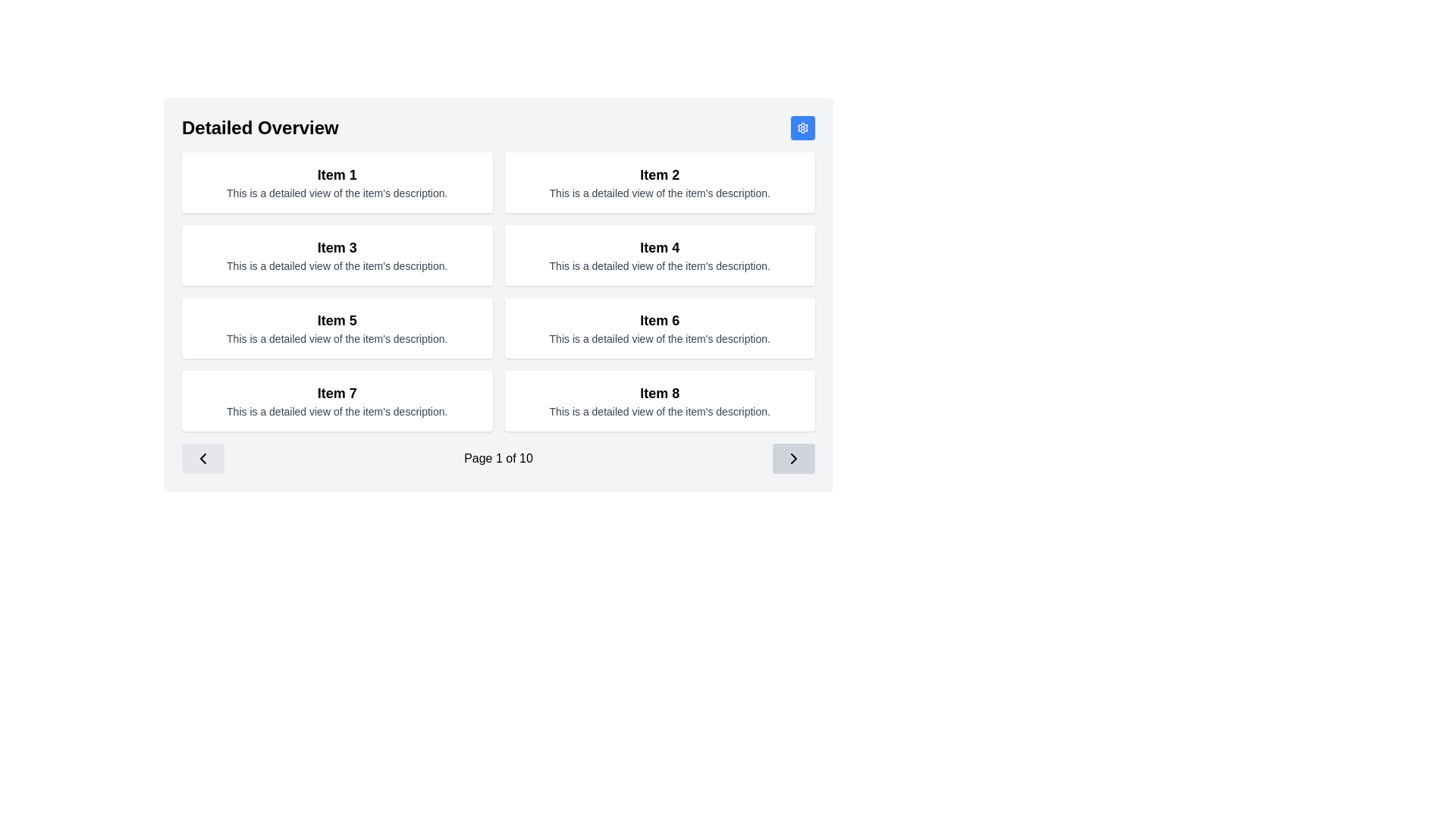 This screenshot has width=1456, height=819. Describe the element at coordinates (802, 127) in the screenshot. I see `the blue gear-shaped icon located in the top-right corner of the white card interface` at that location.